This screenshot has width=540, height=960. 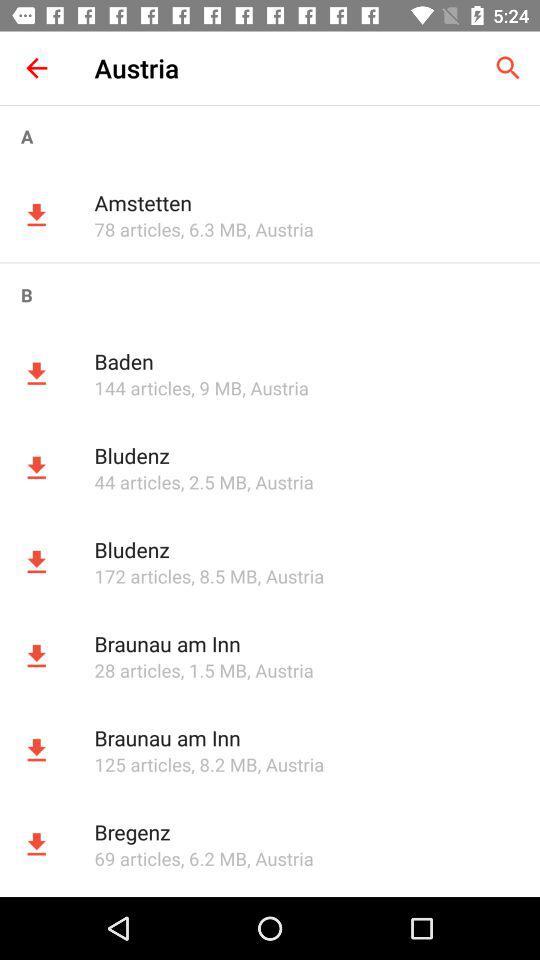 I want to click on app to the left of the , 2.5 mb app, so click(x=136, y=481).